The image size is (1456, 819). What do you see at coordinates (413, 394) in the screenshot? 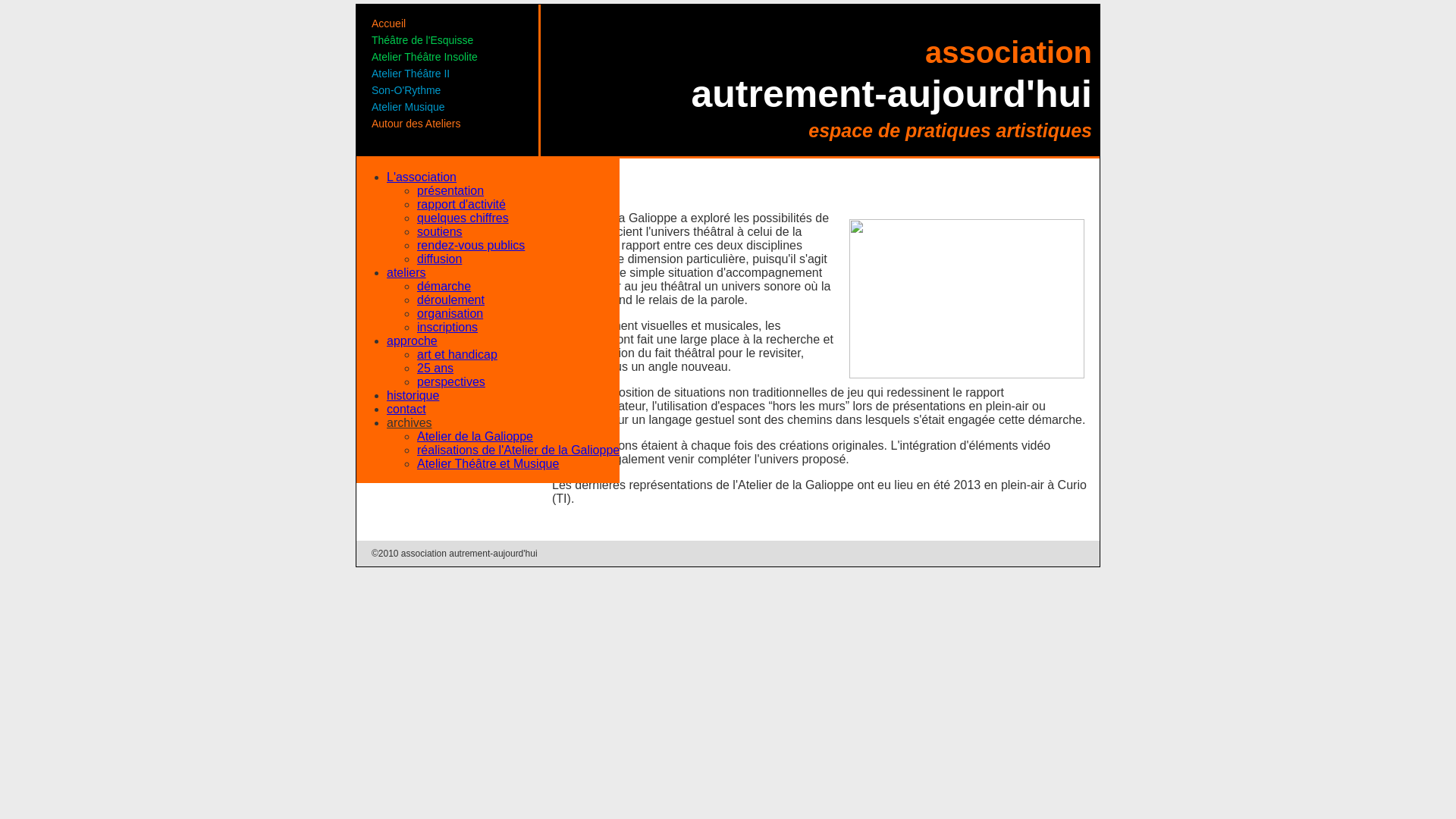
I see `'historique'` at bounding box center [413, 394].